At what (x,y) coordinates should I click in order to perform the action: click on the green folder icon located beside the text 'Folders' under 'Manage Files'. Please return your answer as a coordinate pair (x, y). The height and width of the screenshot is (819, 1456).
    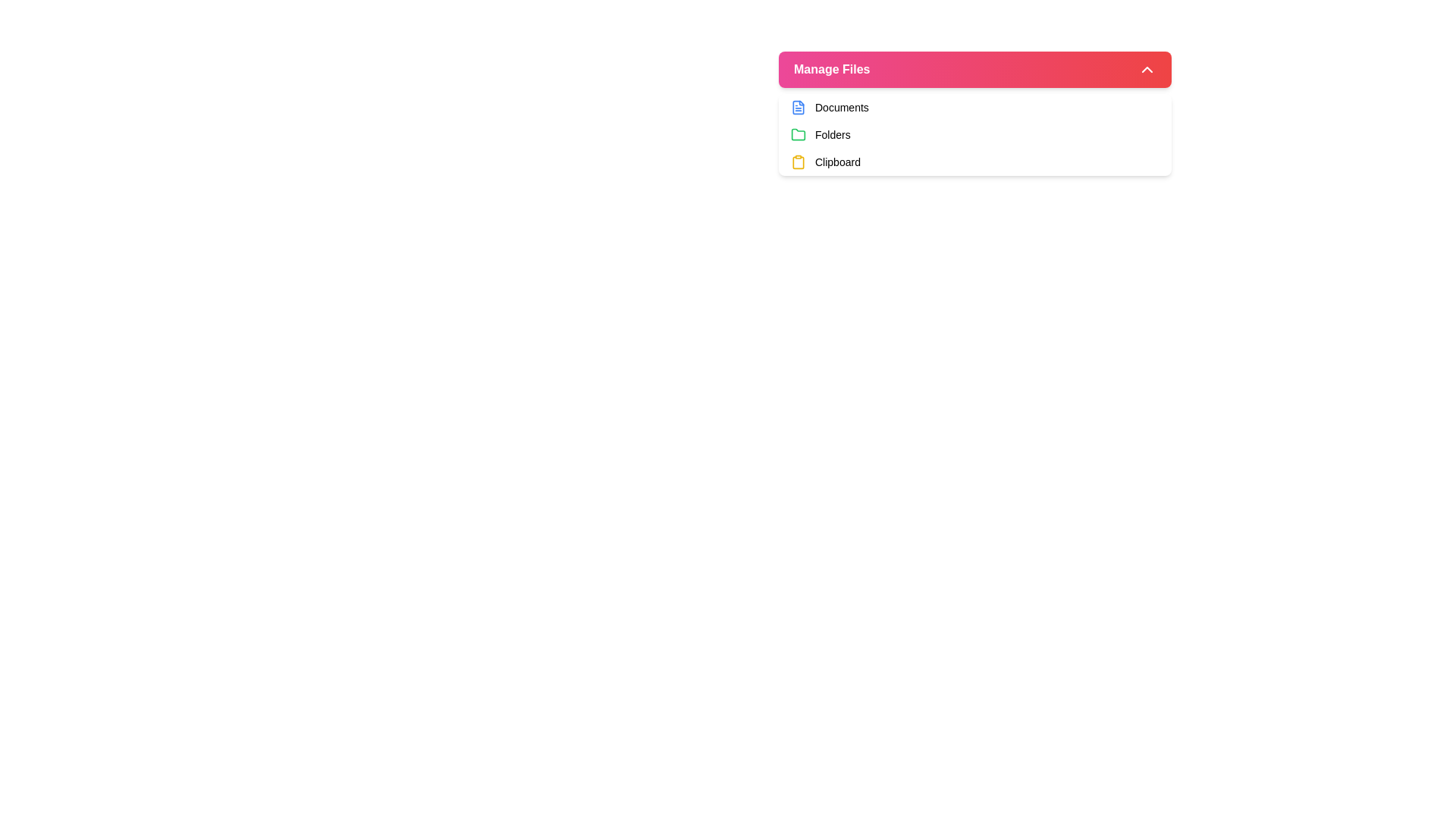
    Looking at the image, I should click on (797, 133).